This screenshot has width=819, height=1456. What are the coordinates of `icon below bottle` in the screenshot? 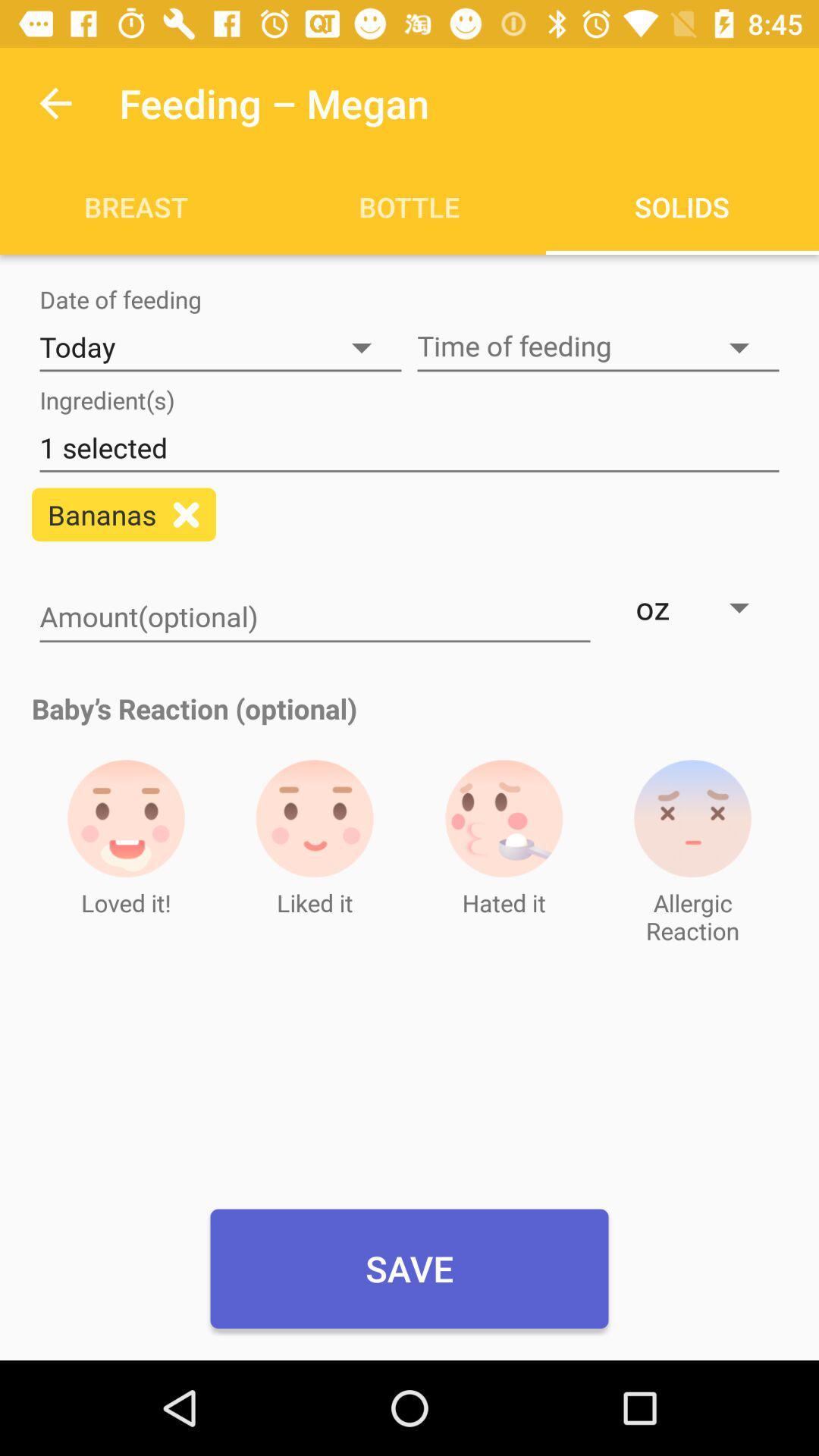 It's located at (598, 347).